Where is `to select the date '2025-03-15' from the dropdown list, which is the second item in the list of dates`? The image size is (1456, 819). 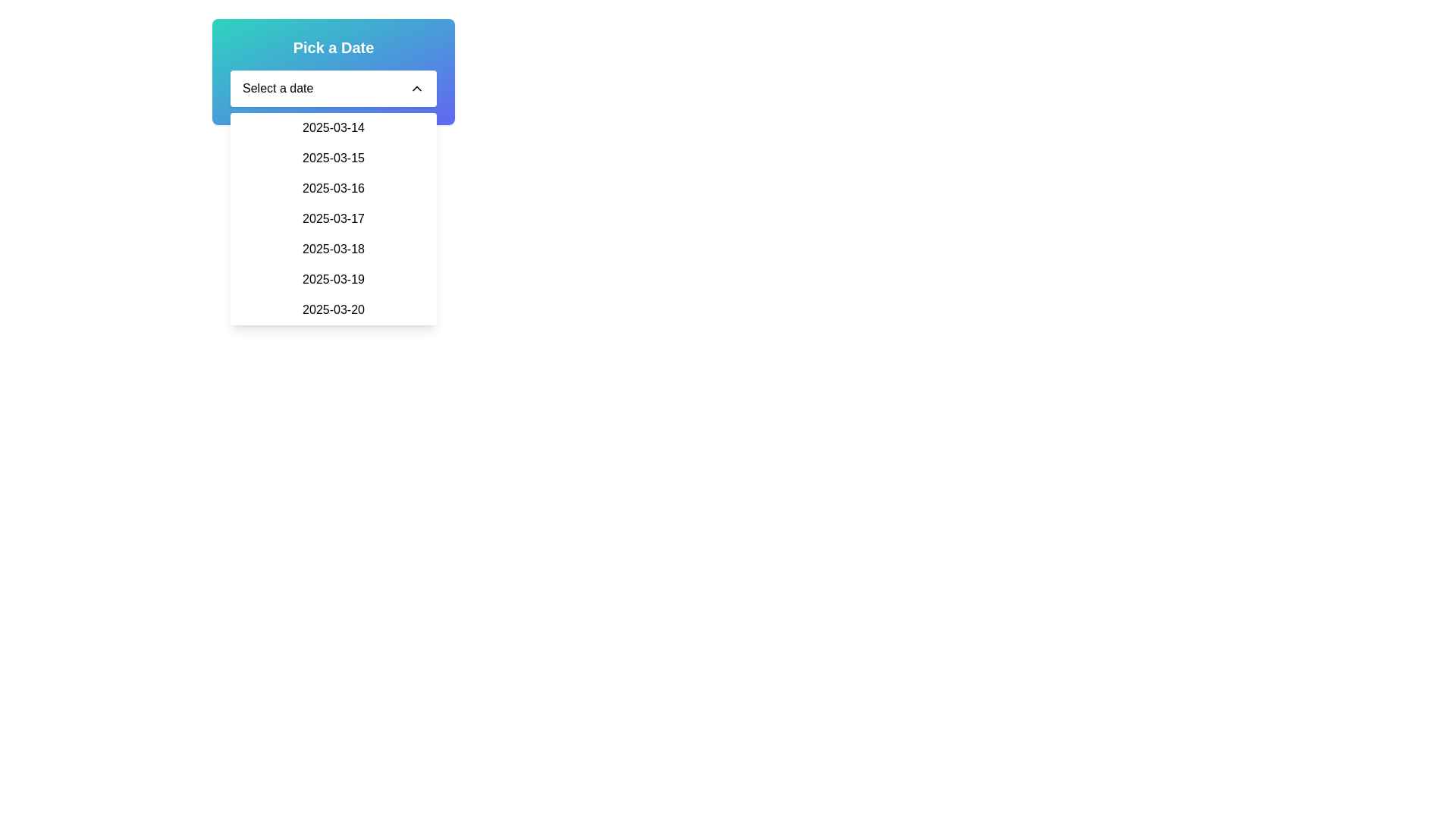
to select the date '2025-03-15' from the dropdown list, which is the second item in the list of dates is located at coordinates (333, 158).